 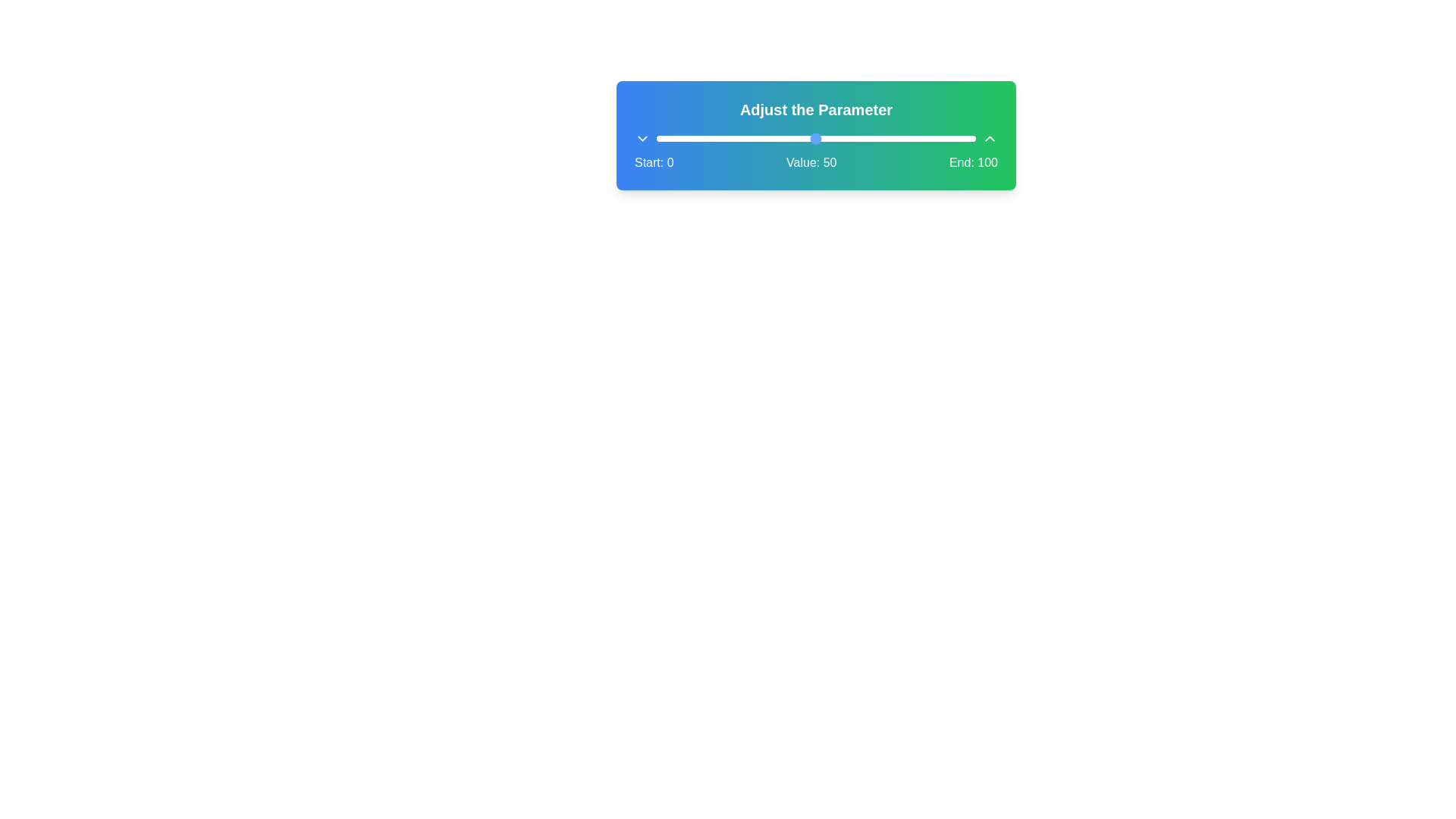 What do you see at coordinates (815, 163) in the screenshot?
I see `the Text label group that displays the range information of the slider, including 'Start: 0', 'Value: 50', and 'End: 100'` at bounding box center [815, 163].